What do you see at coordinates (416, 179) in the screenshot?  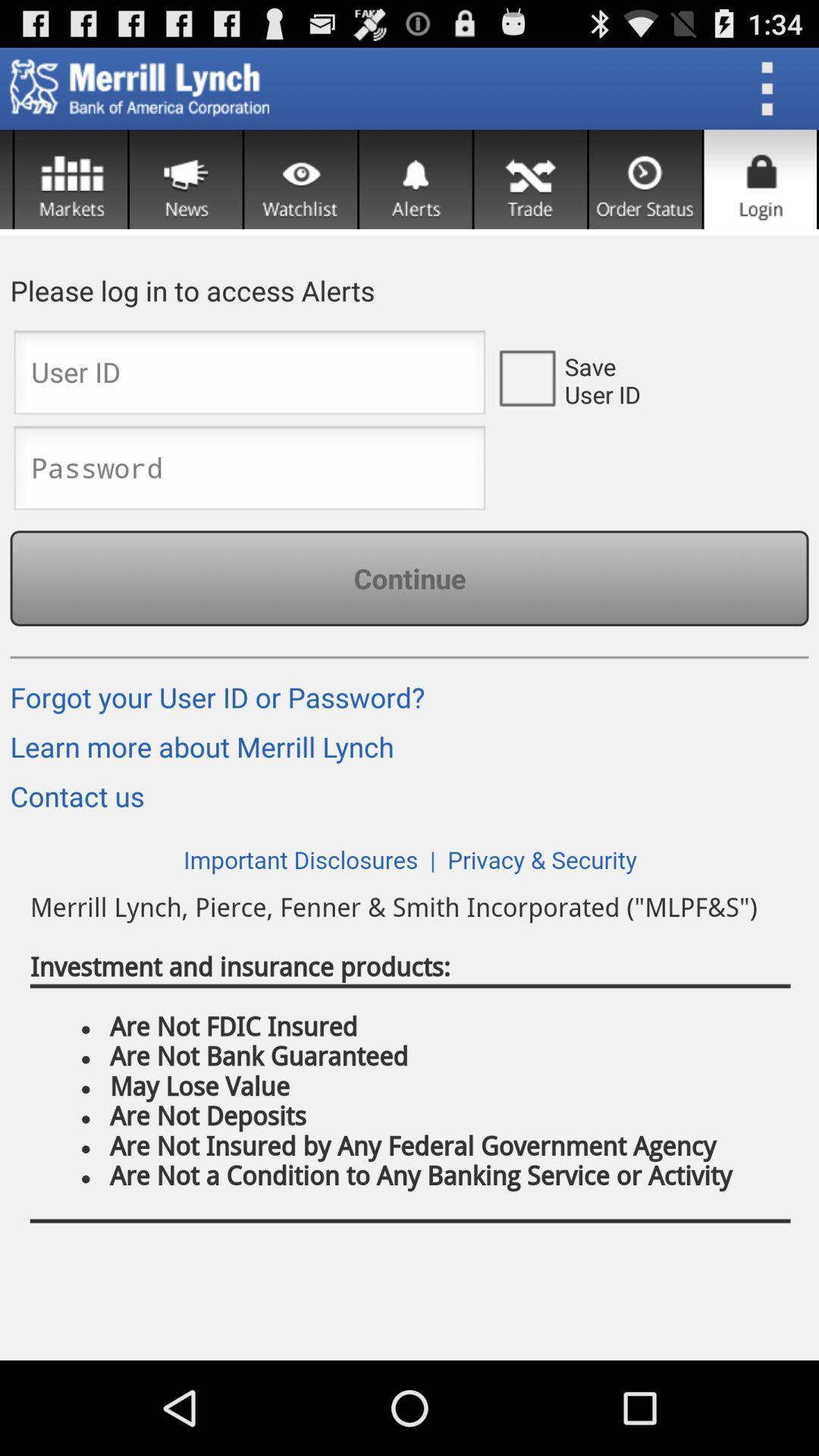 I see `alerts button` at bounding box center [416, 179].